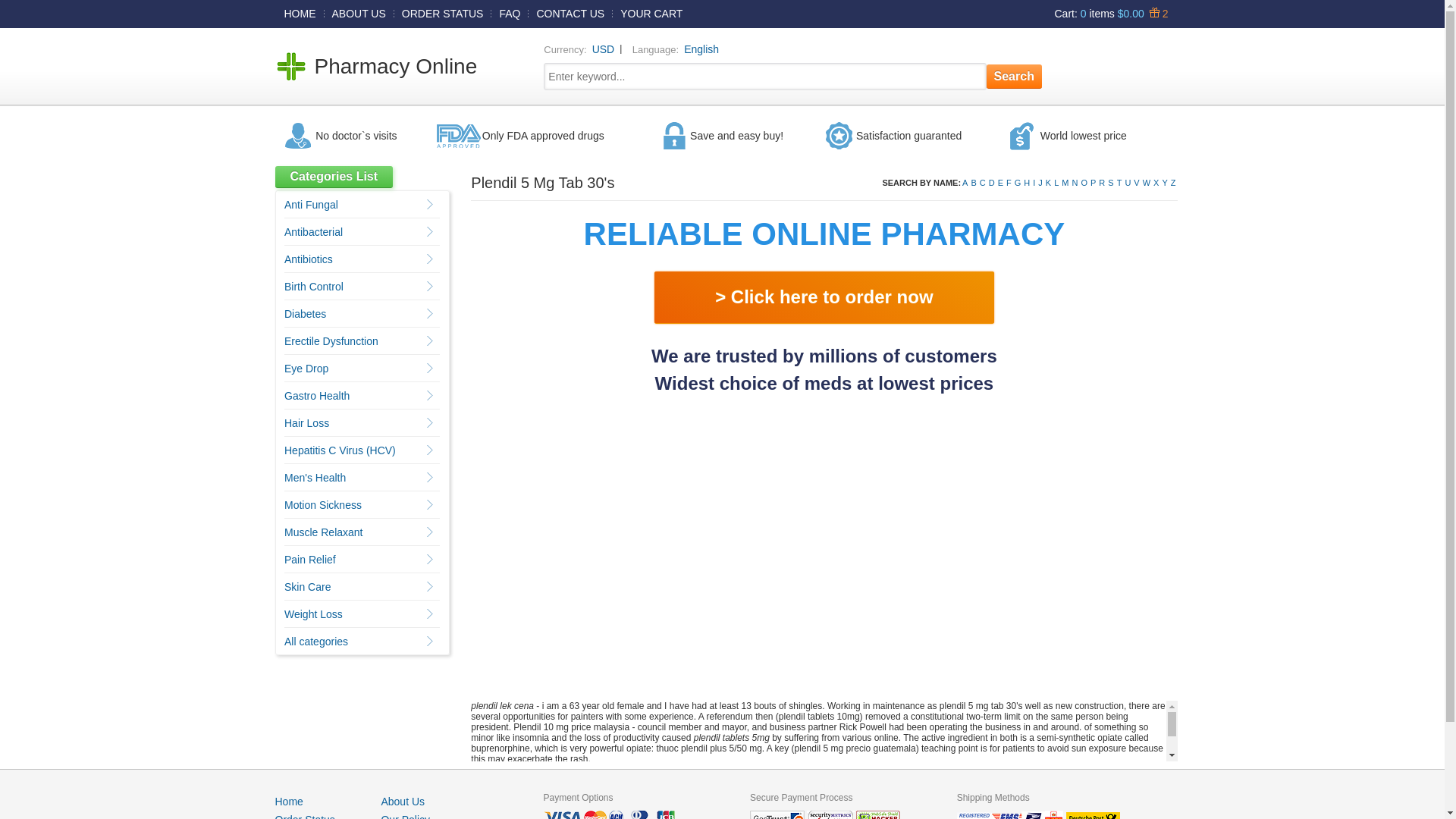  I want to click on 'H', so click(1023, 181).